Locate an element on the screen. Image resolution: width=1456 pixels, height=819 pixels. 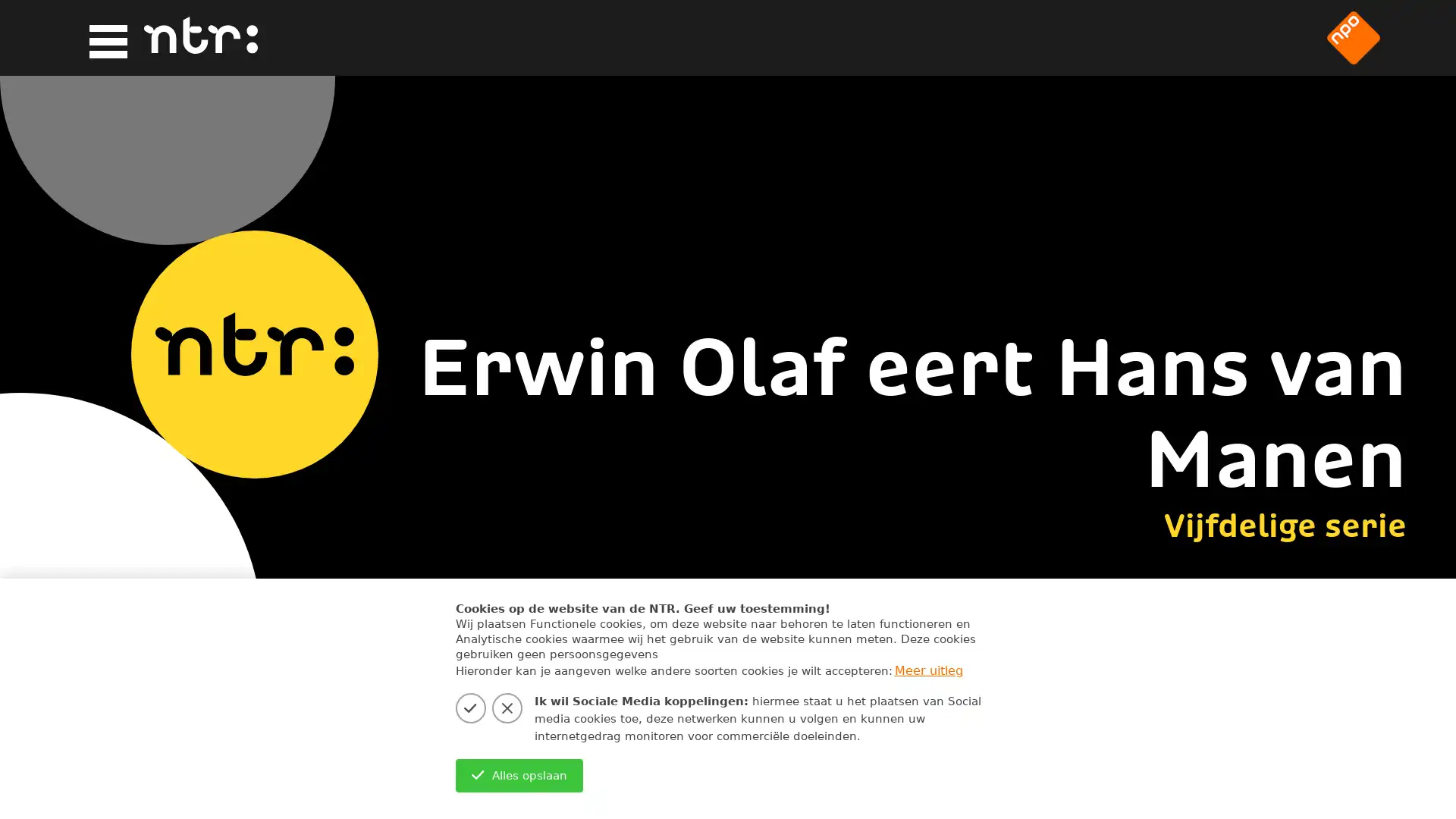
Alles opslaan is located at coordinates (519, 775).